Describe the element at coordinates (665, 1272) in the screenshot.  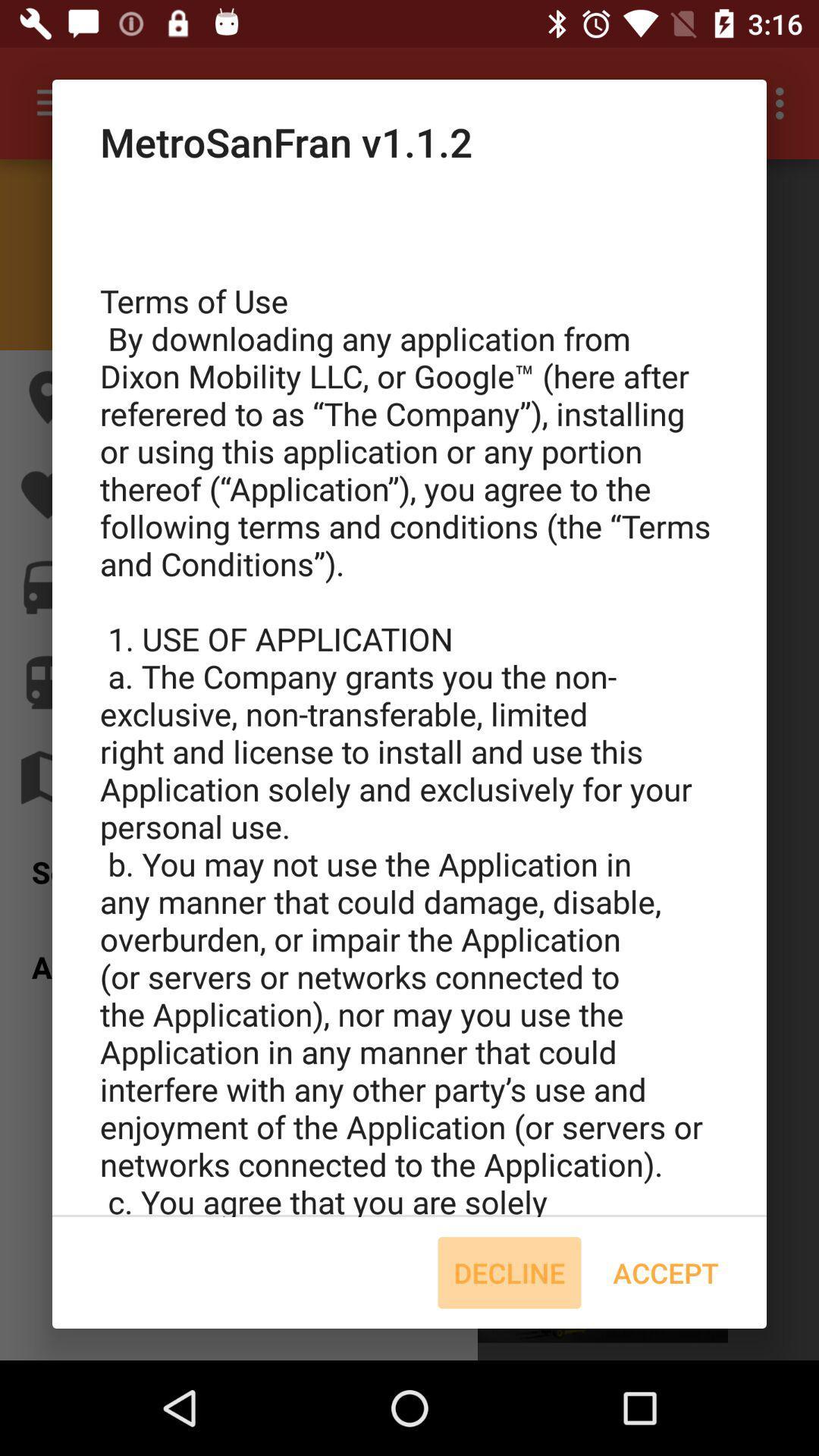
I see `accept icon` at that location.